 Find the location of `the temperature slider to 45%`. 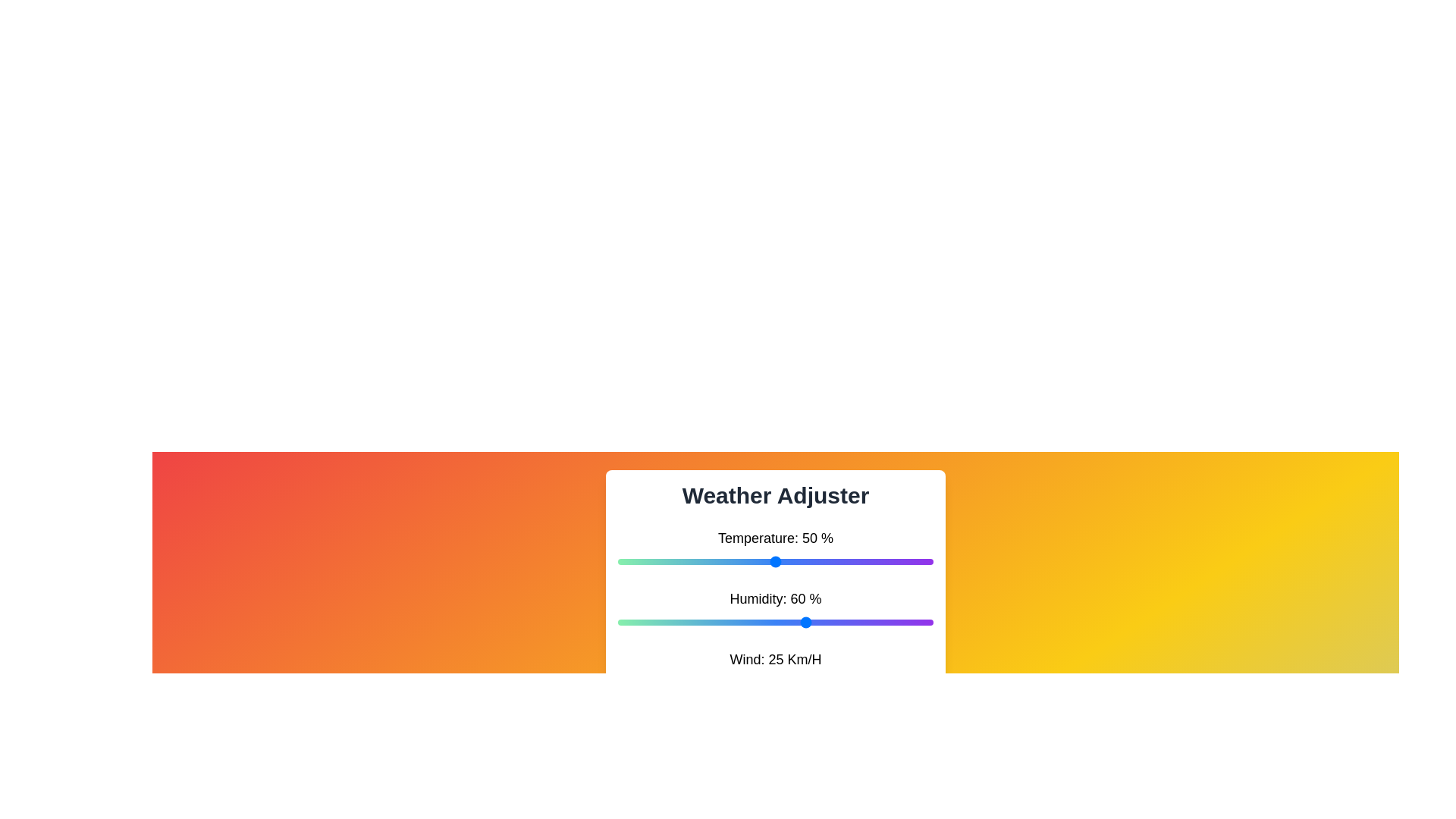

the temperature slider to 45% is located at coordinates (760, 561).